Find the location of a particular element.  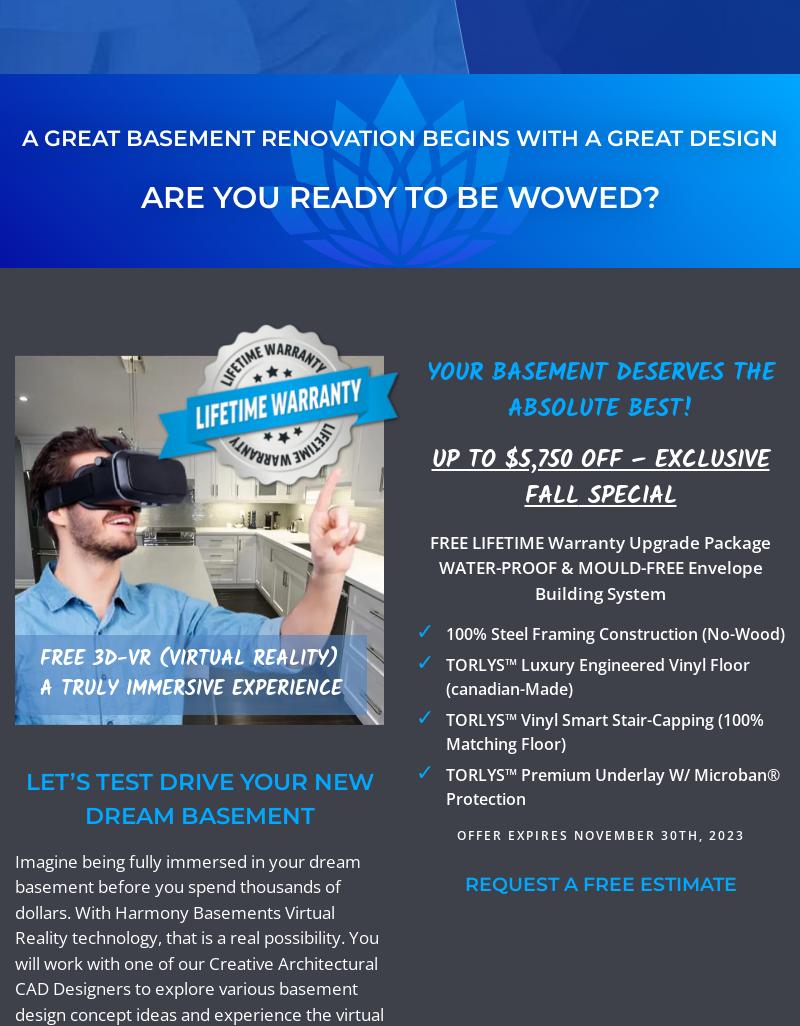

'Let’s Test Drive Your New Dream Basement' is located at coordinates (197, 797).